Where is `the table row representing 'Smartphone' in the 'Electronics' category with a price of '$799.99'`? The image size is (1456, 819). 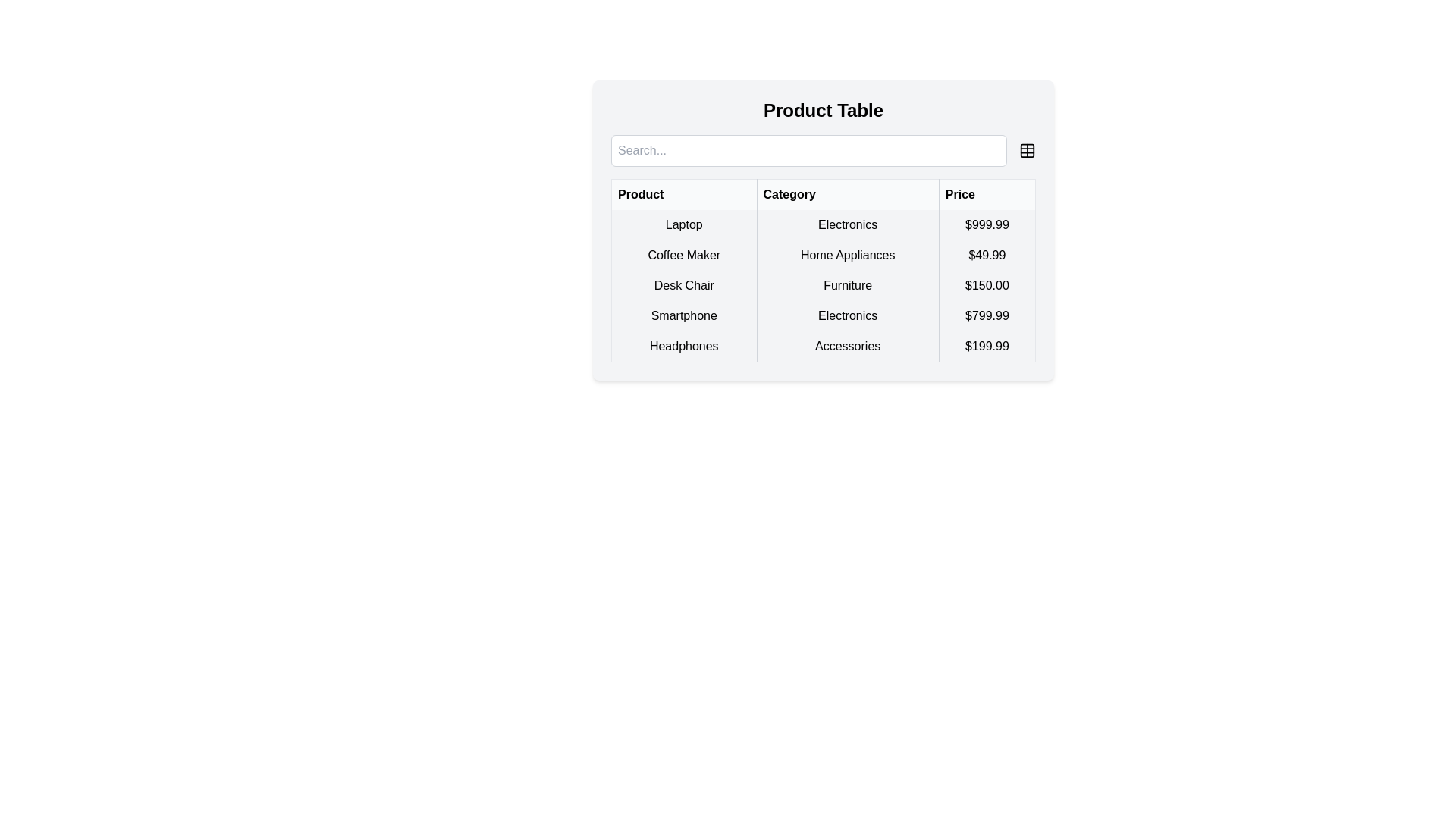 the table row representing 'Smartphone' in the 'Electronics' category with a price of '$799.99' is located at coordinates (822, 315).